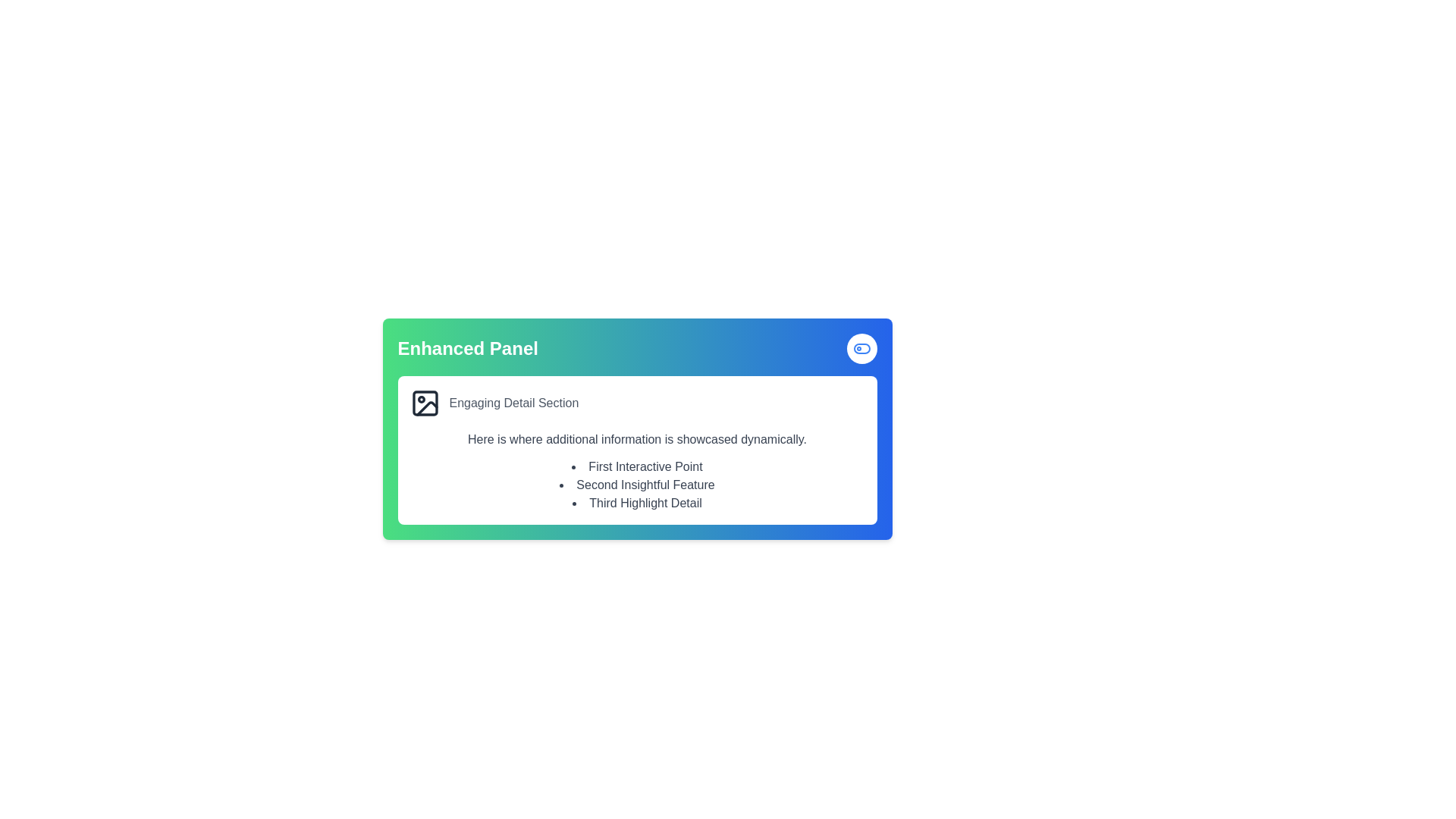  Describe the element at coordinates (637, 429) in the screenshot. I see `descriptive title and overview information displayed on the central panel above the white sub-panel` at that location.